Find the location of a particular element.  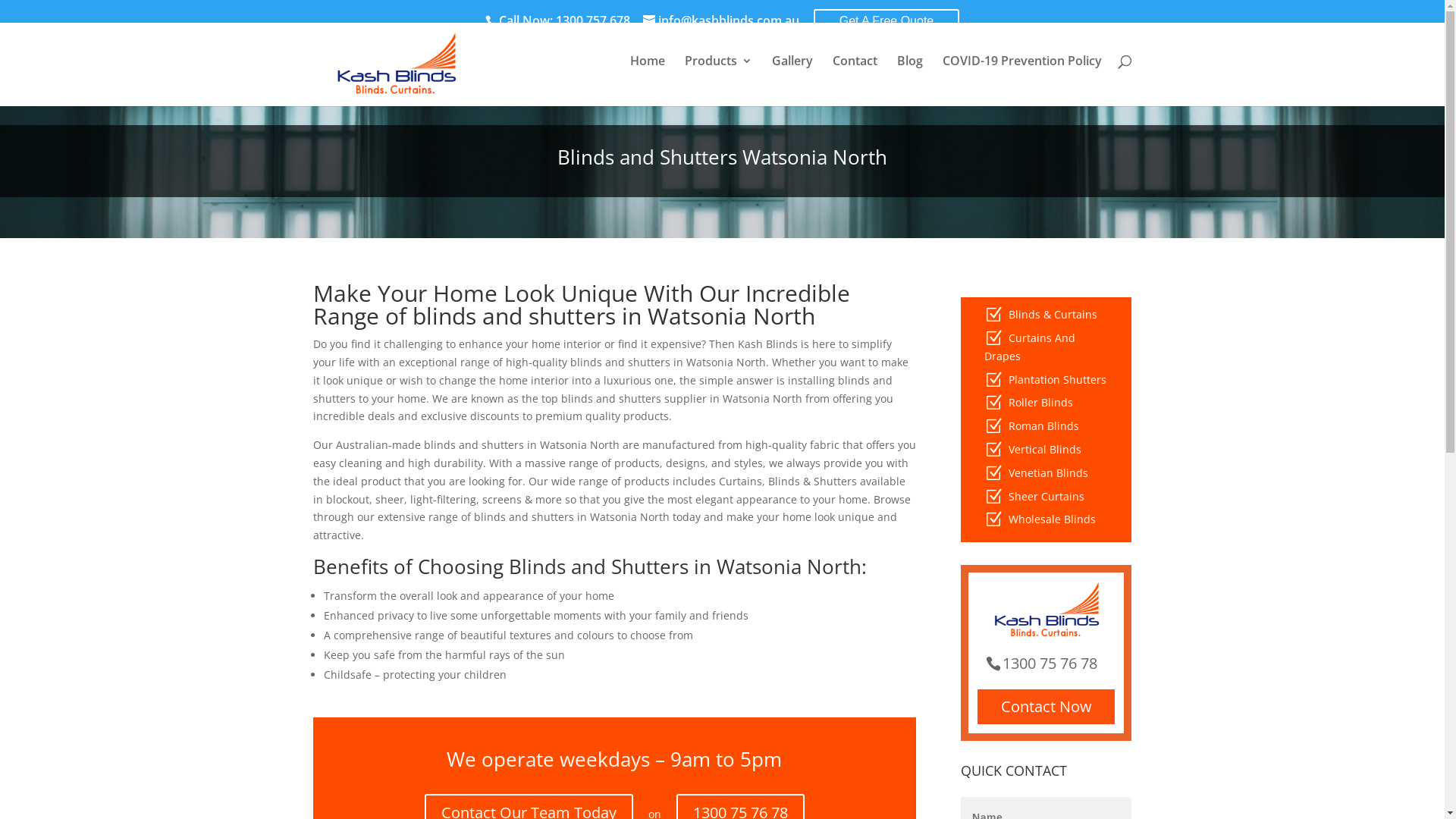

'info@kashblinds.com.au' is located at coordinates (720, 20).